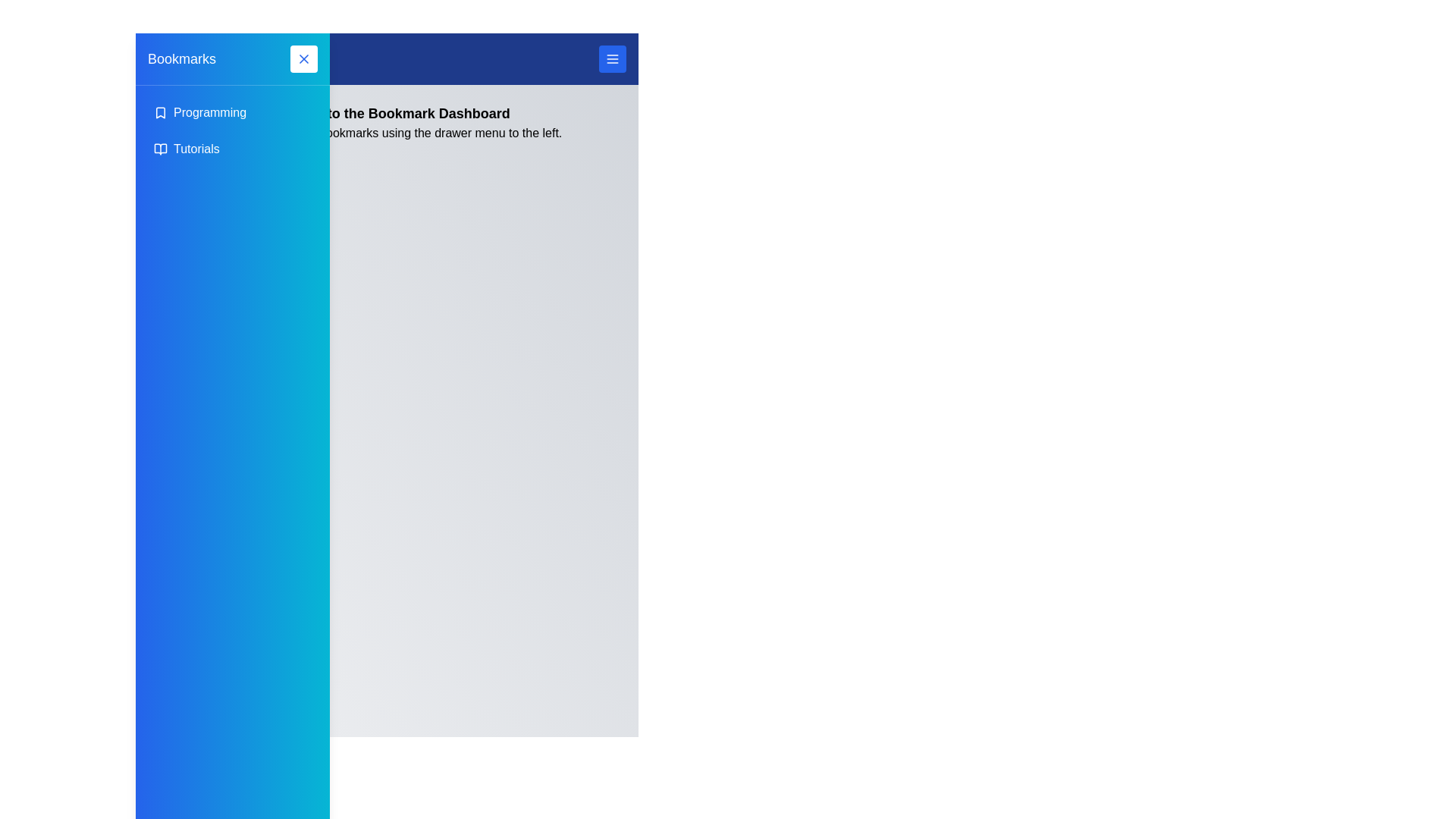 The width and height of the screenshot is (1456, 819). I want to click on the menu toggle button located in the top-right corner of the application interface, so click(612, 58).